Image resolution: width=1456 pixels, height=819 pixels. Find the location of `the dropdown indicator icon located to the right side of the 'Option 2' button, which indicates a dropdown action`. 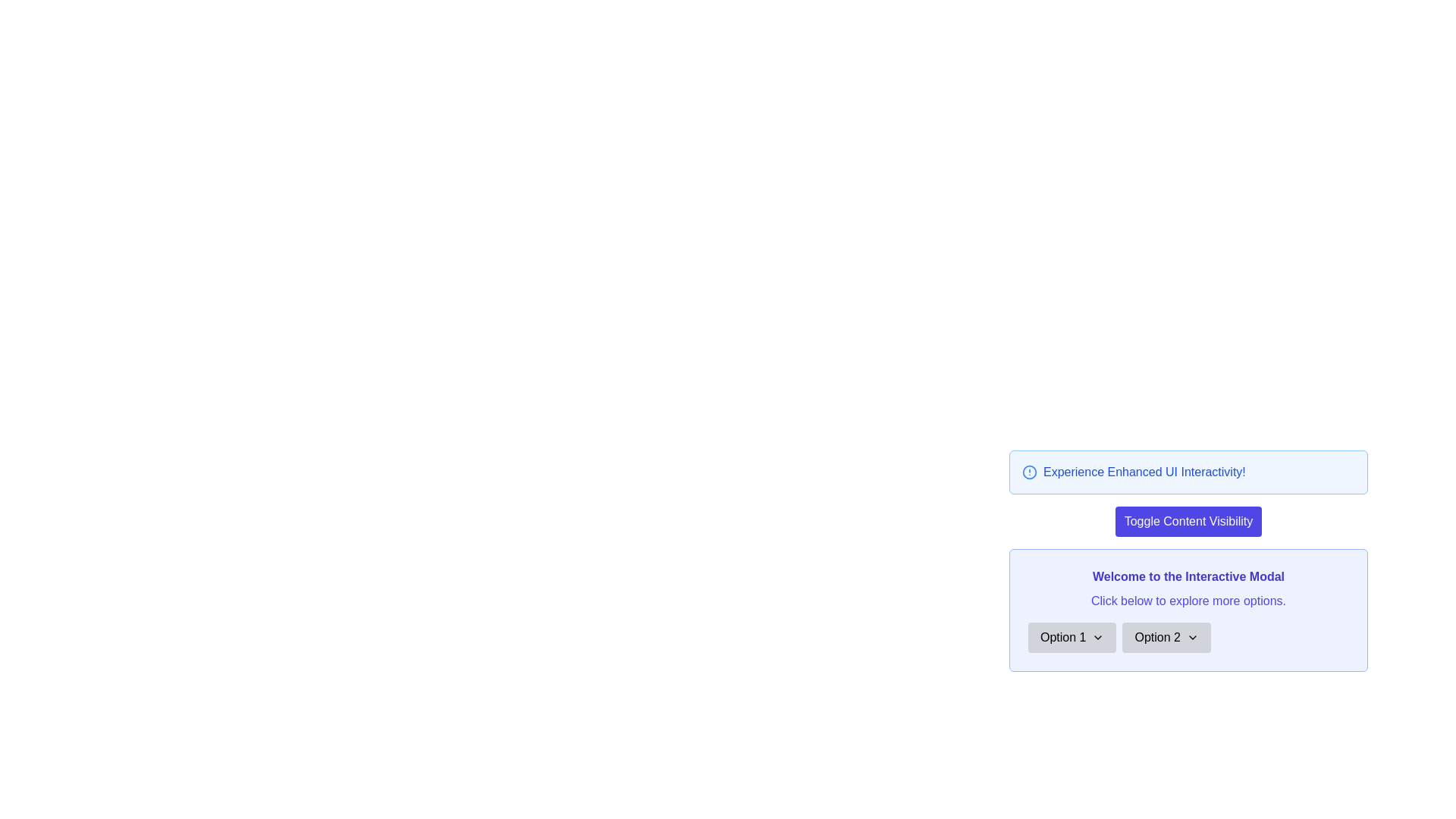

the dropdown indicator icon located to the right side of the 'Option 2' button, which indicates a dropdown action is located at coordinates (1192, 637).